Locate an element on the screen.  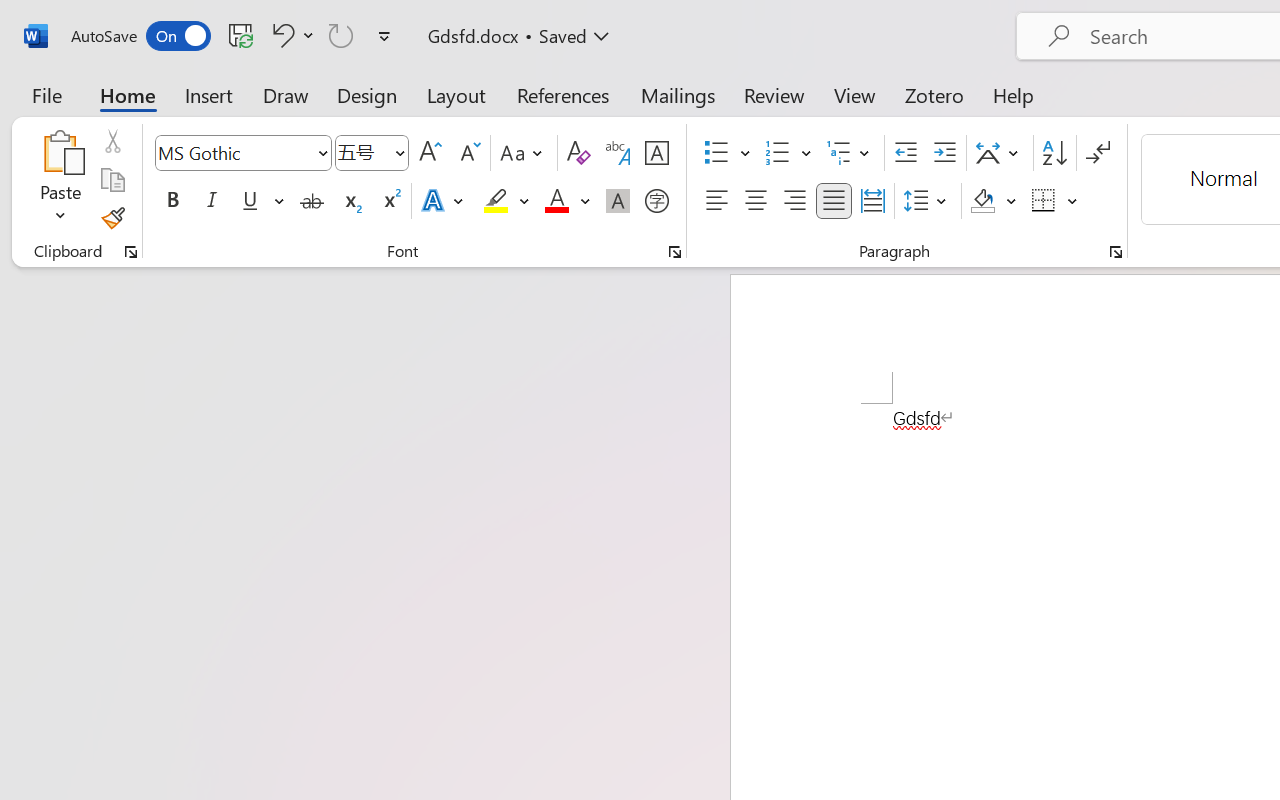
'Distributed' is located at coordinates (872, 201).